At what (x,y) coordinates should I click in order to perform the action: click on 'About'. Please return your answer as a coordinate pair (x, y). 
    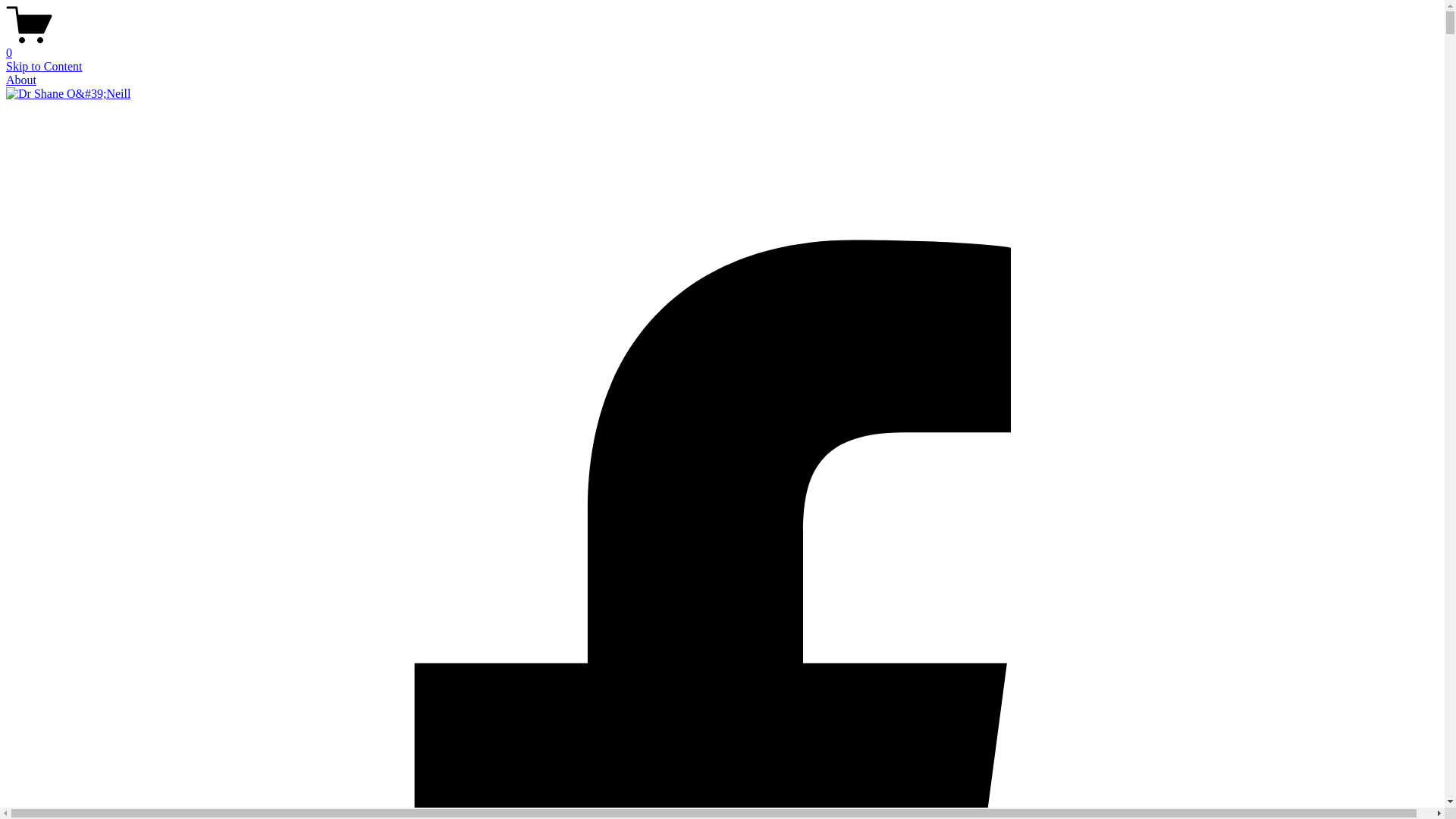
    Looking at the image, I should click on (6, 80).